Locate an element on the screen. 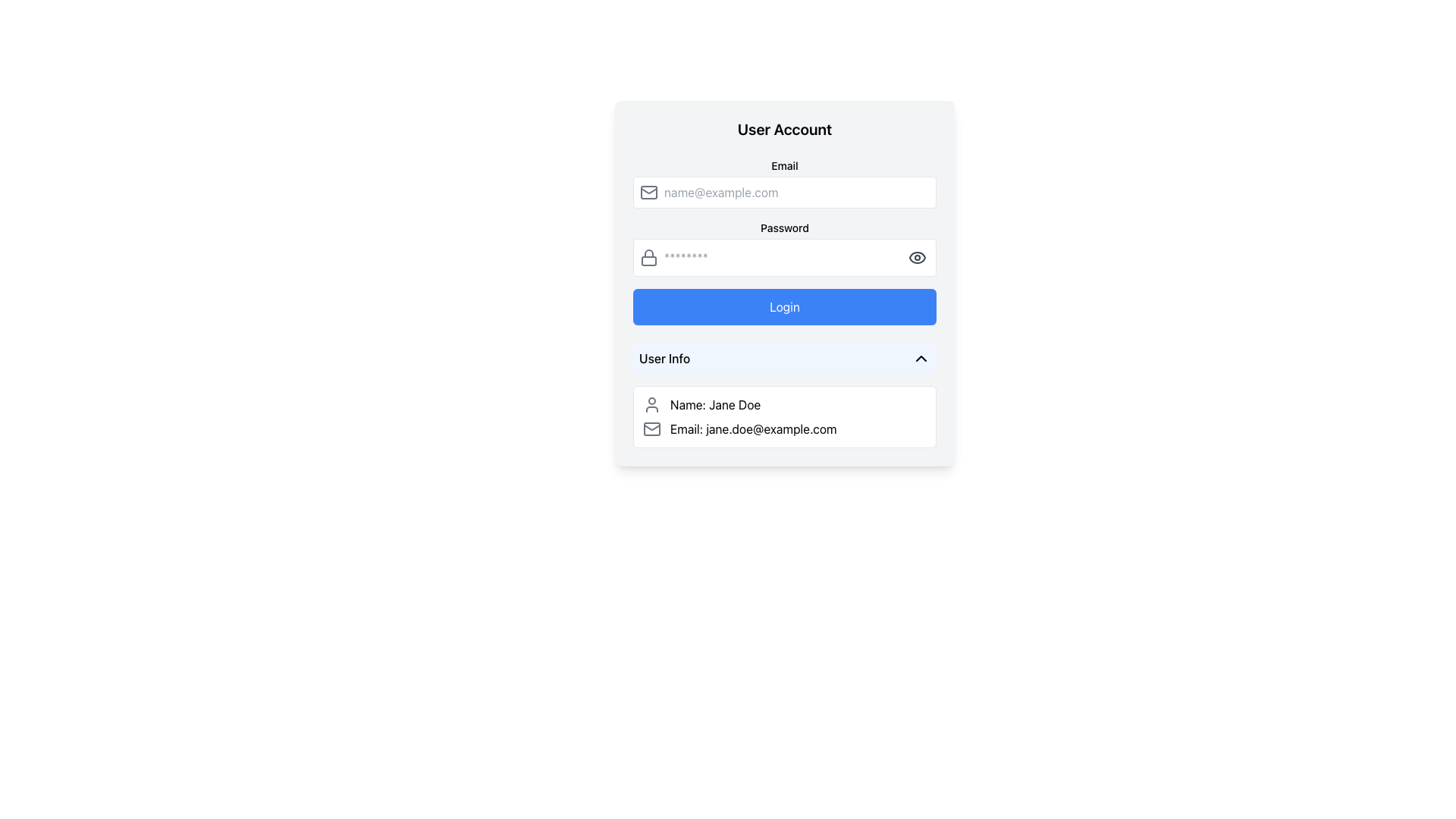  the user icon representing 'Name: Jane Doe', which is located to the immediate left of the text in the 'User Info' section is located at coordinates (651, 403).